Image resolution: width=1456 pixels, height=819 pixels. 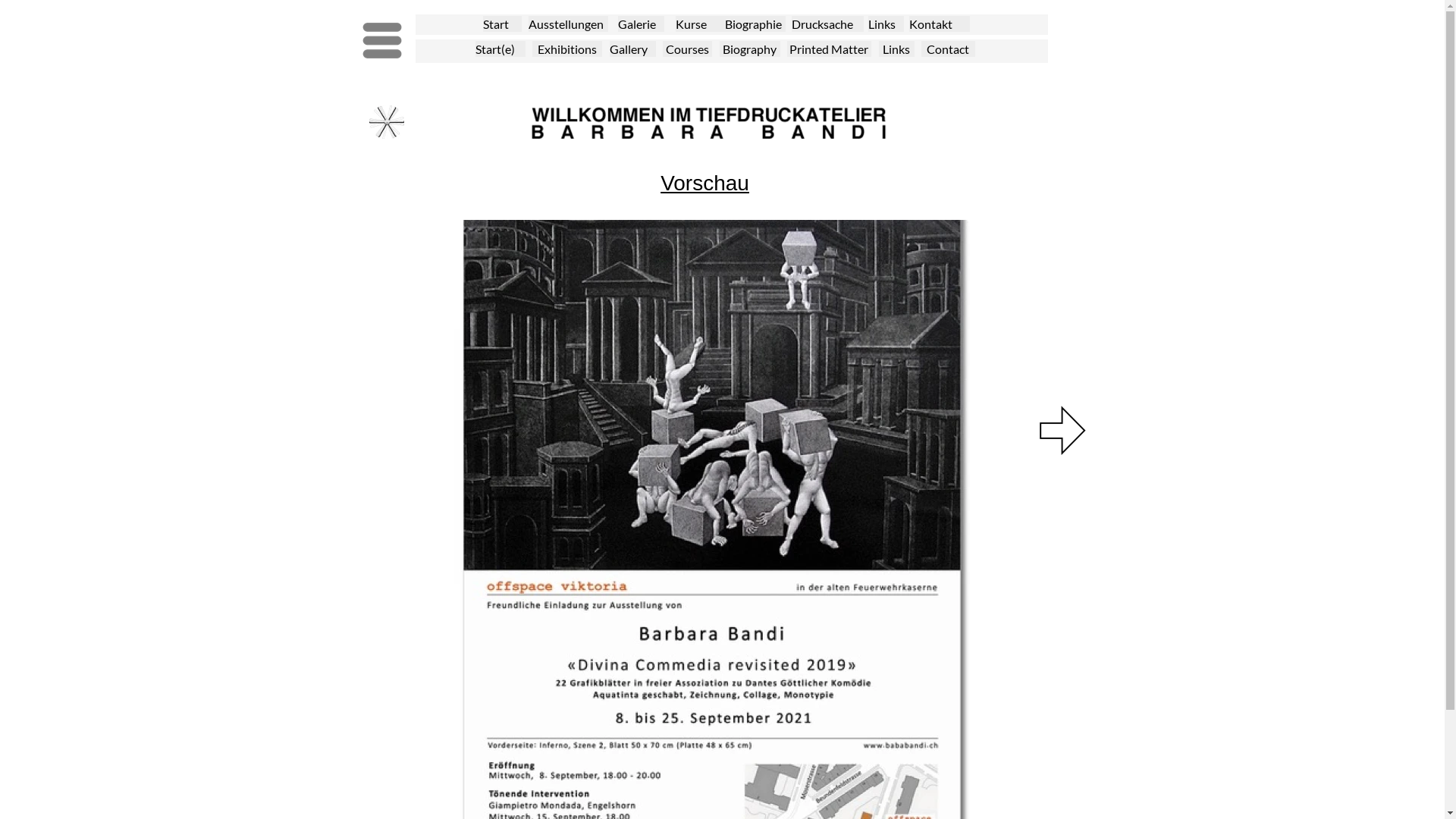 What do you see at coordinates (828, 49) in the screenshot?
I see `'Printed Matter'` at bounding box center [828, 49].